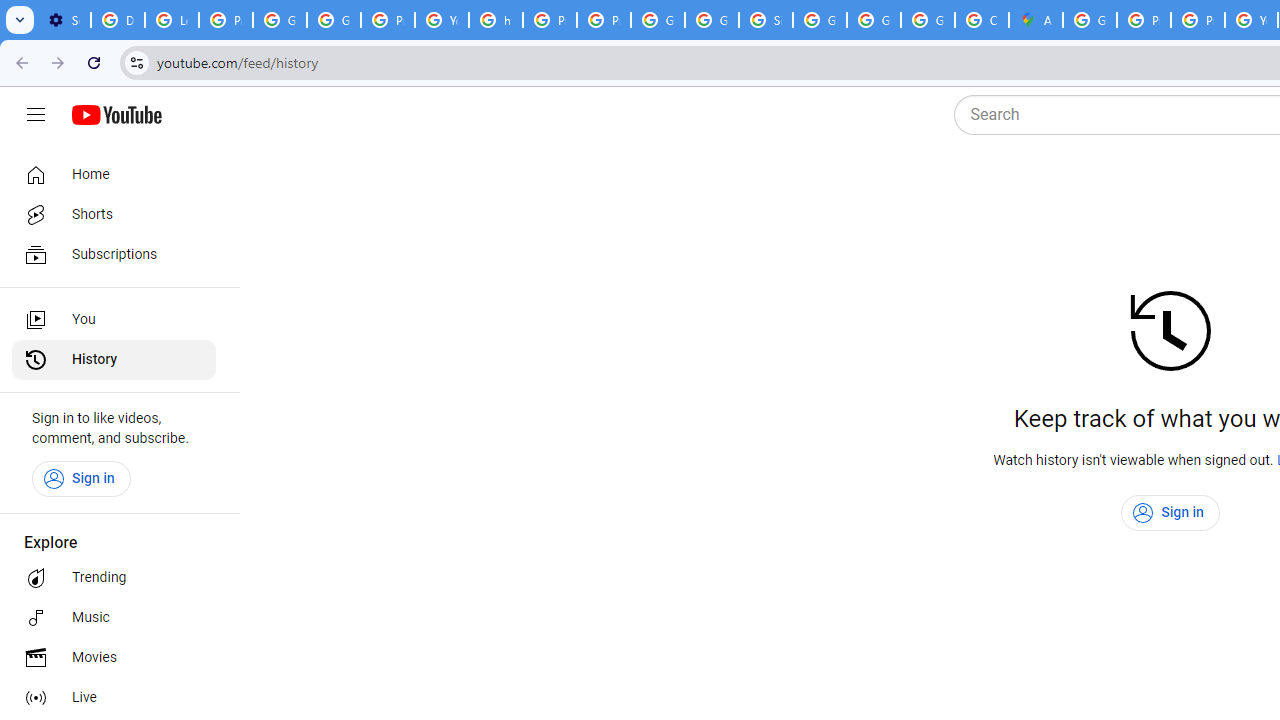 Image resolution: width=1280 pixels, height=720 pixels. I want to click on 'Create your Google Account', so click(981, 20).